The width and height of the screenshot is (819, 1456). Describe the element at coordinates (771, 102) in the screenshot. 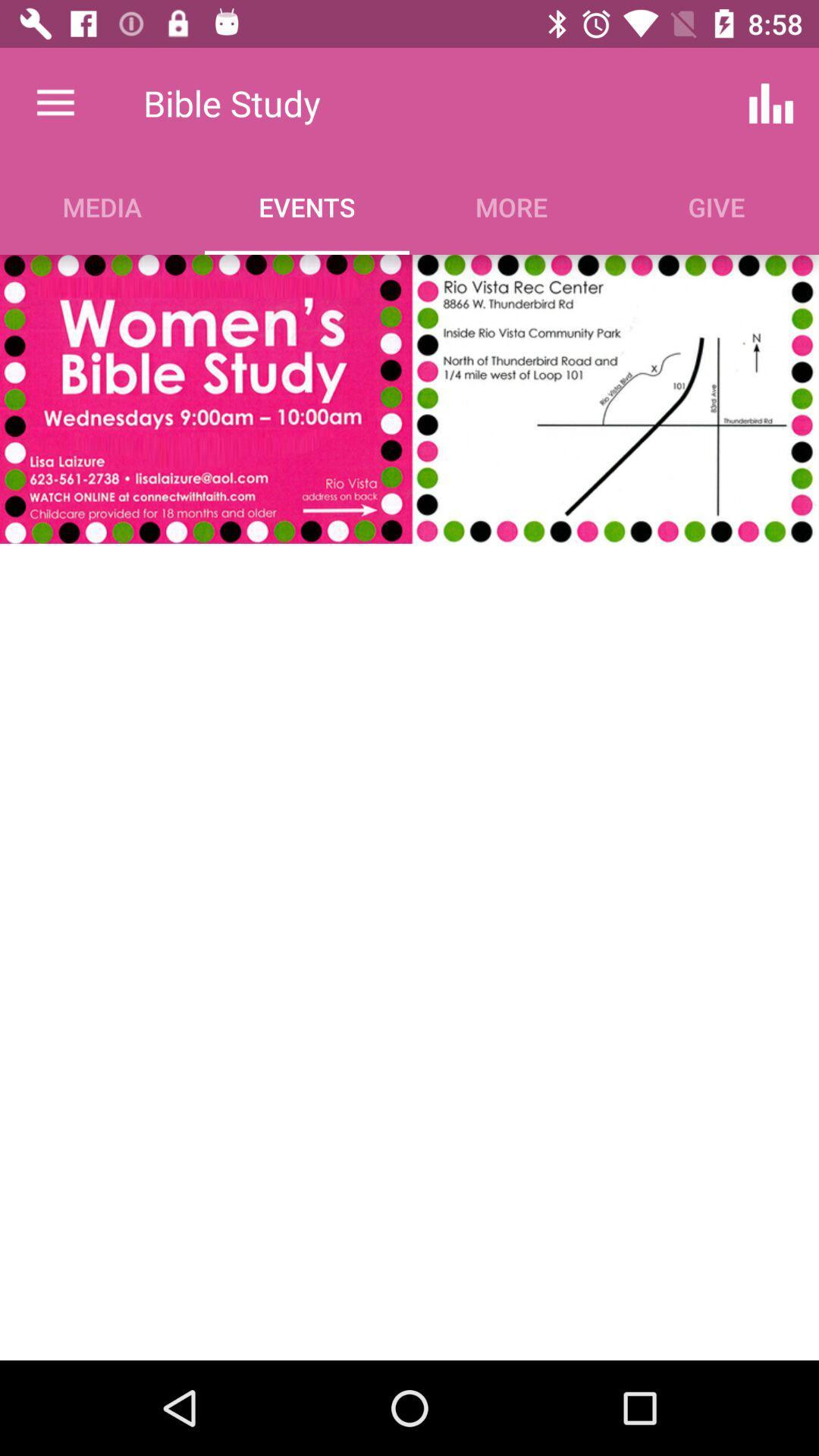

I see `item above the give` at that location.